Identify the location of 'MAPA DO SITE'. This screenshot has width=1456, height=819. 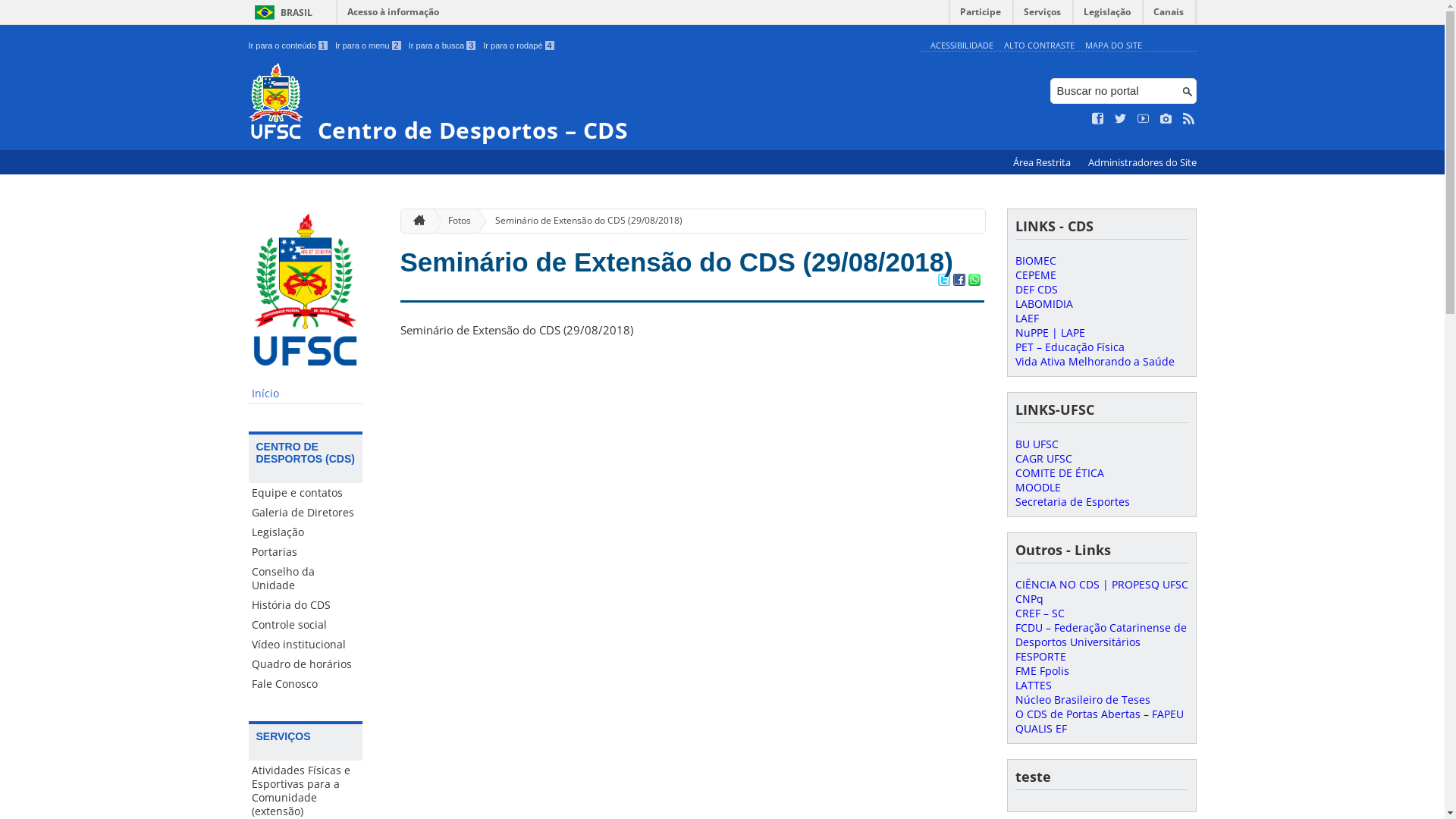
(1112, 44).